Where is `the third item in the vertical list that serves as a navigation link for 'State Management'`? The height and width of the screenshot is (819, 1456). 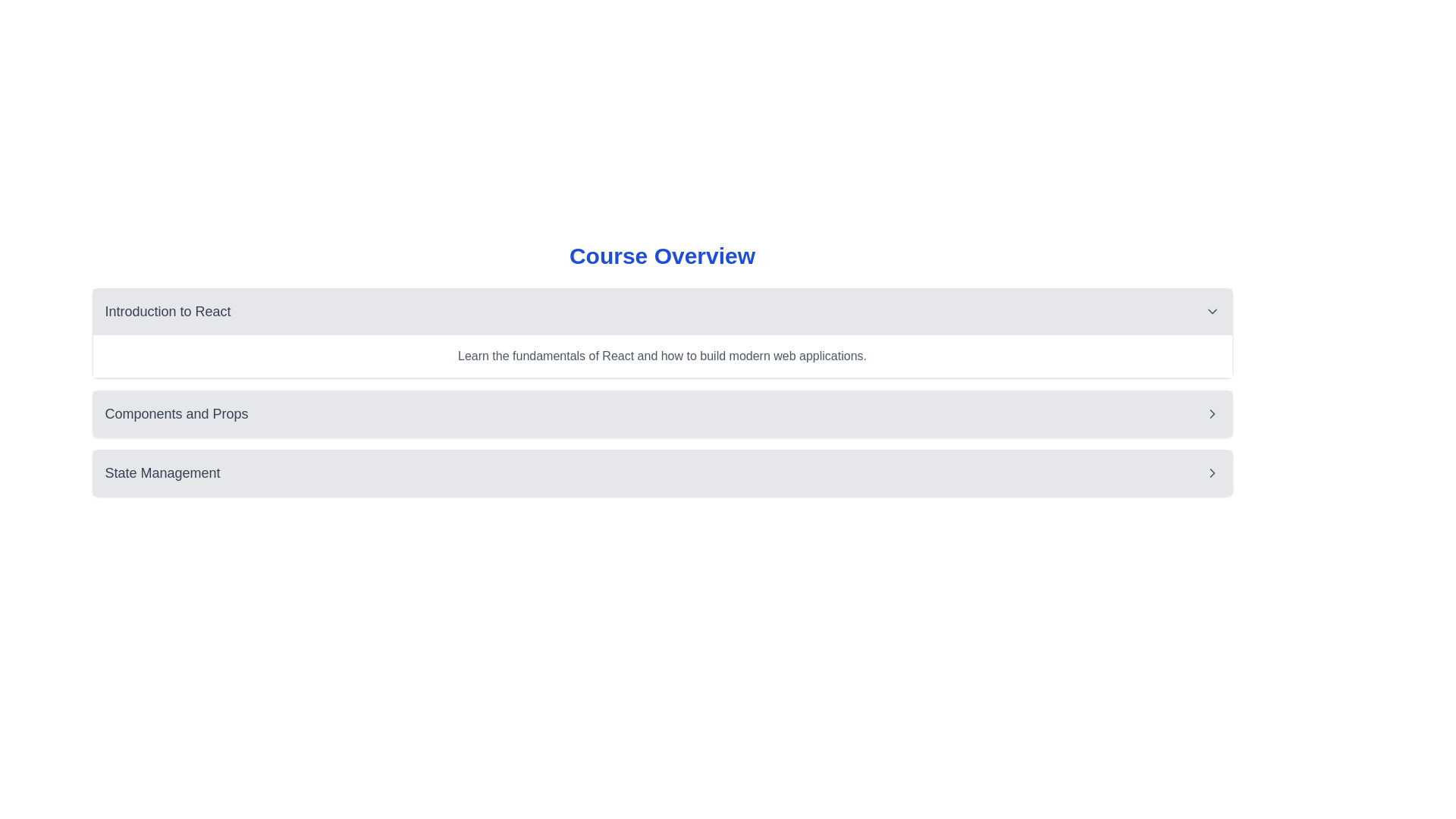 the third item in the vertical list that serves as a navigation link for 'State Management' is located at coordinates (662, 472).